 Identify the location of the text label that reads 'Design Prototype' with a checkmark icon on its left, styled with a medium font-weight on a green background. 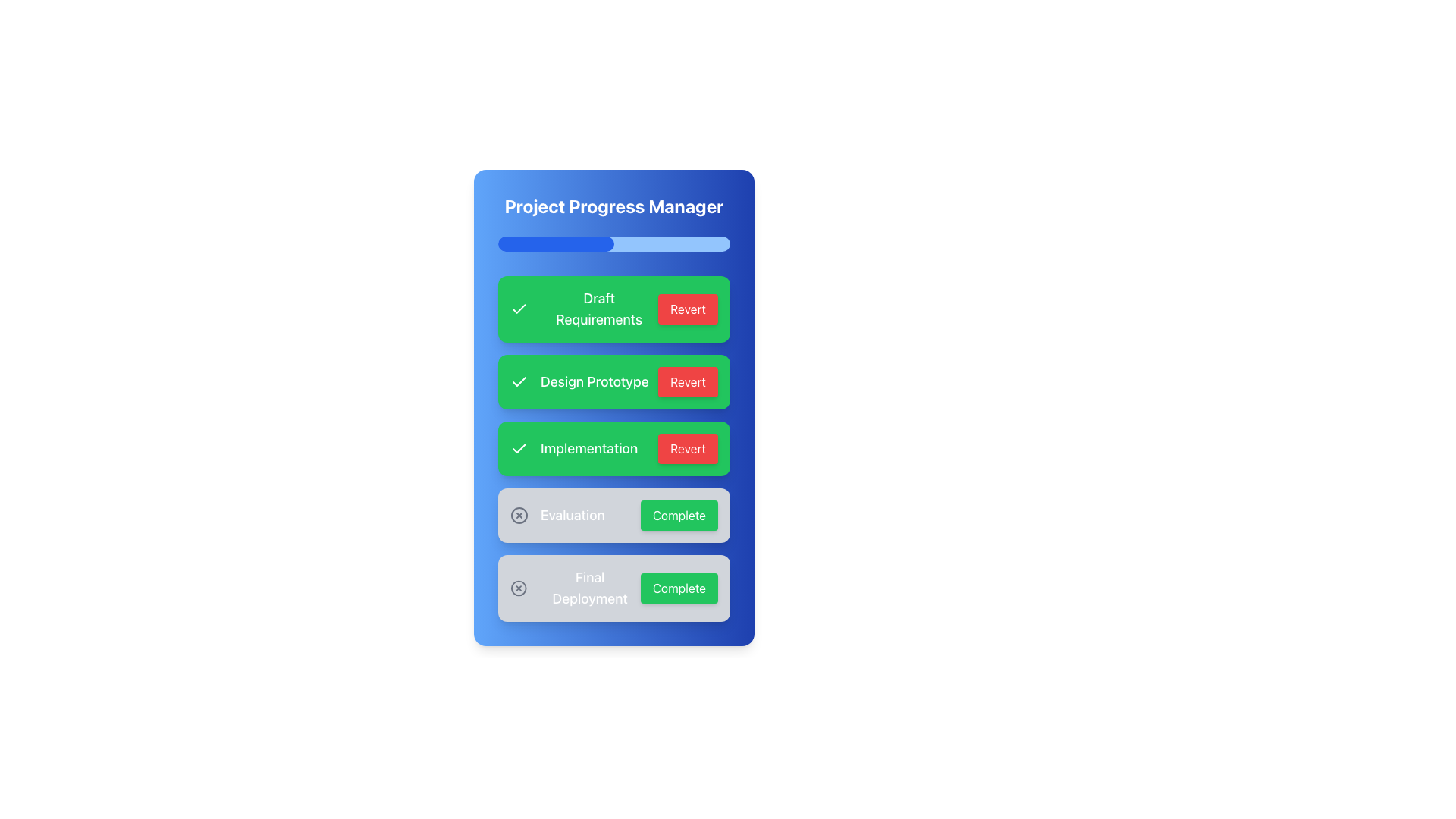
(579, 381).